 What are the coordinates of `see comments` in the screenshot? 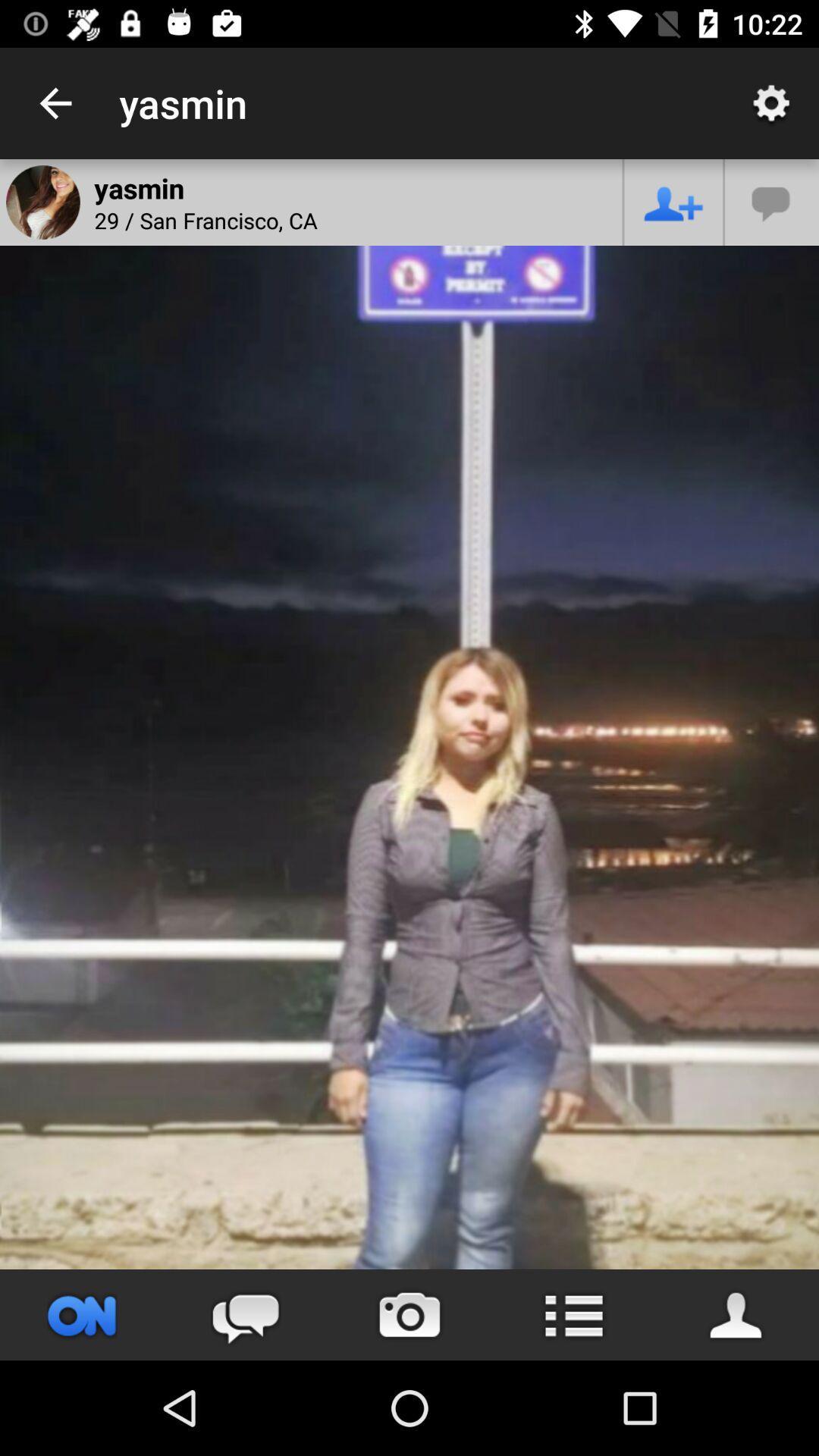 It's located at (245, 1314).